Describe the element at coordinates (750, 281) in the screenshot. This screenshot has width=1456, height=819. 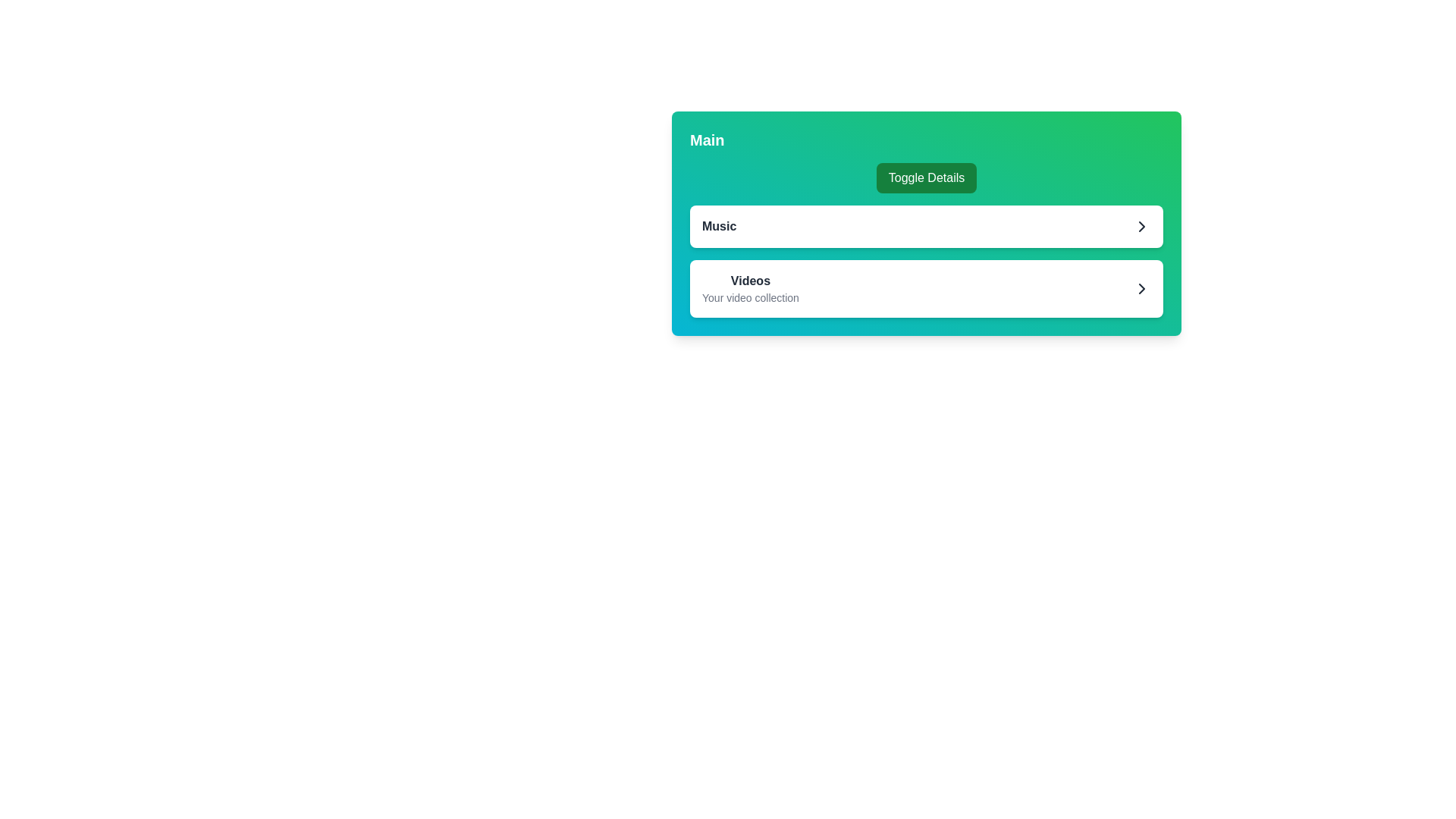
I see `the bold text label that reads 'Videos', which is styled in a darker shade of gray and positioned above the description text 'Your video collection'` at that location.